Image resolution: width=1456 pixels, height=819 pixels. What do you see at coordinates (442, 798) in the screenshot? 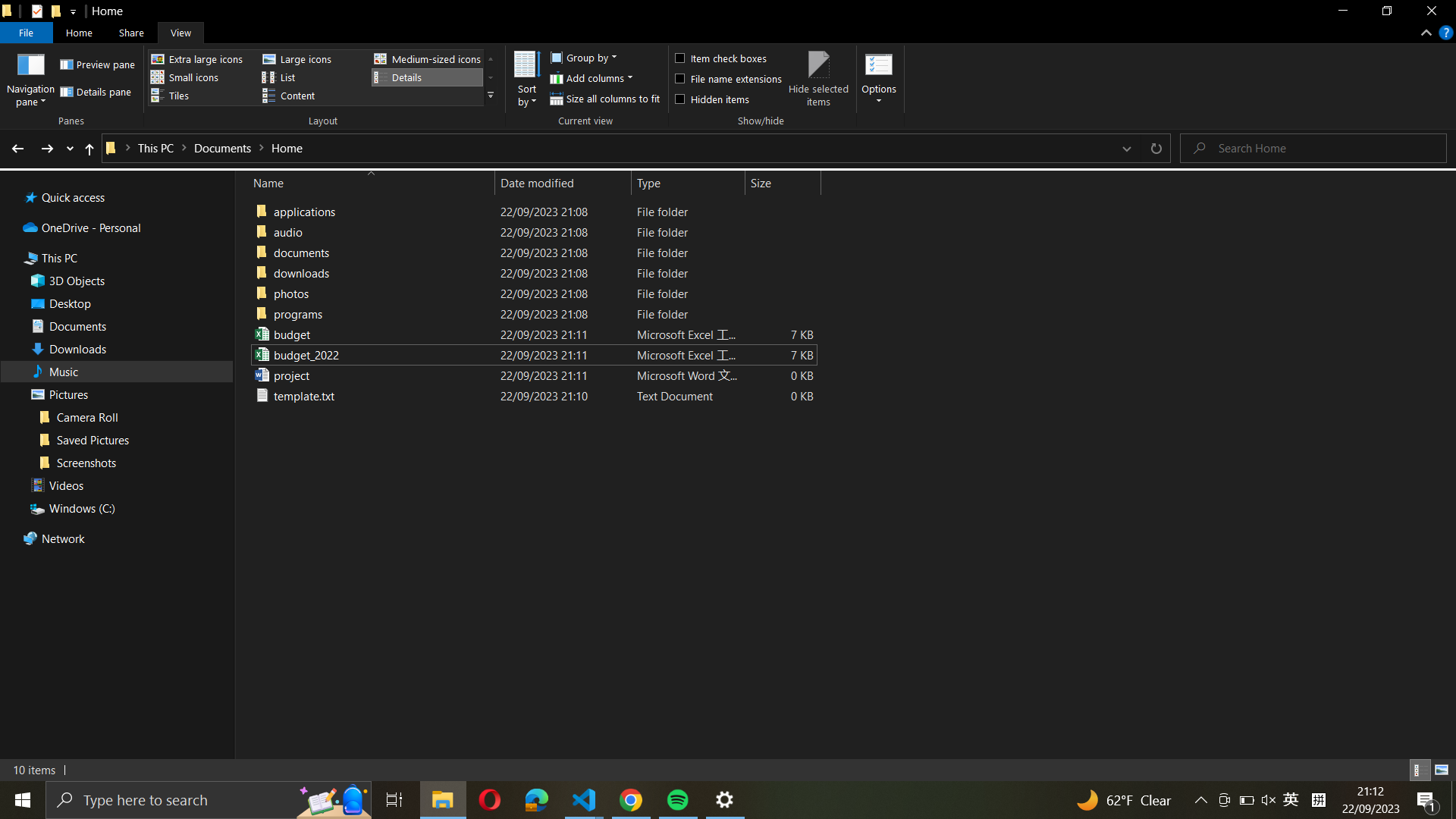
I see `Use the icon to reduce the window size` at bounding box center [442, 798].